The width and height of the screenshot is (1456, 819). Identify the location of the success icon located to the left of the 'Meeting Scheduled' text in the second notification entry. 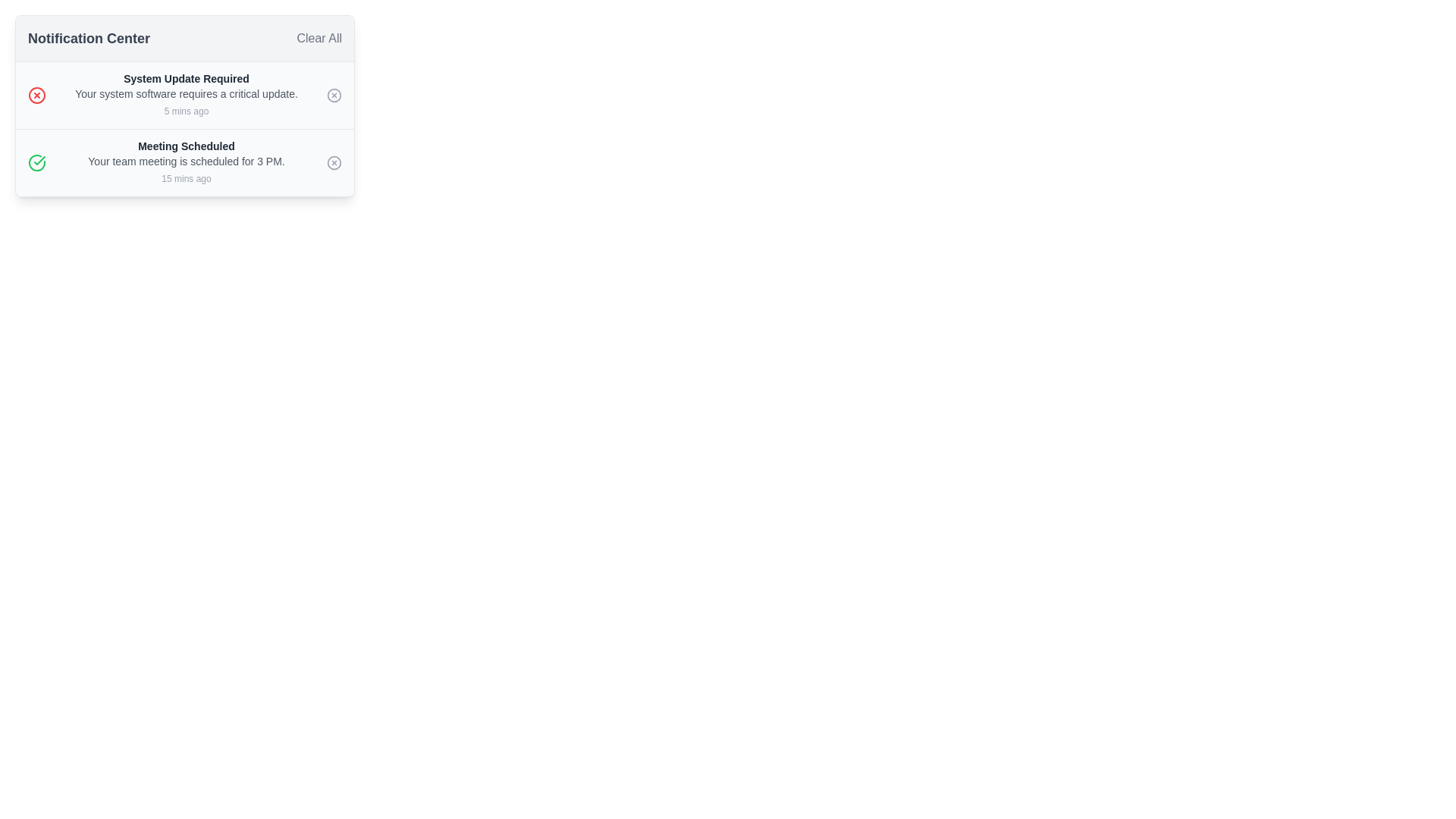
(36, 163).